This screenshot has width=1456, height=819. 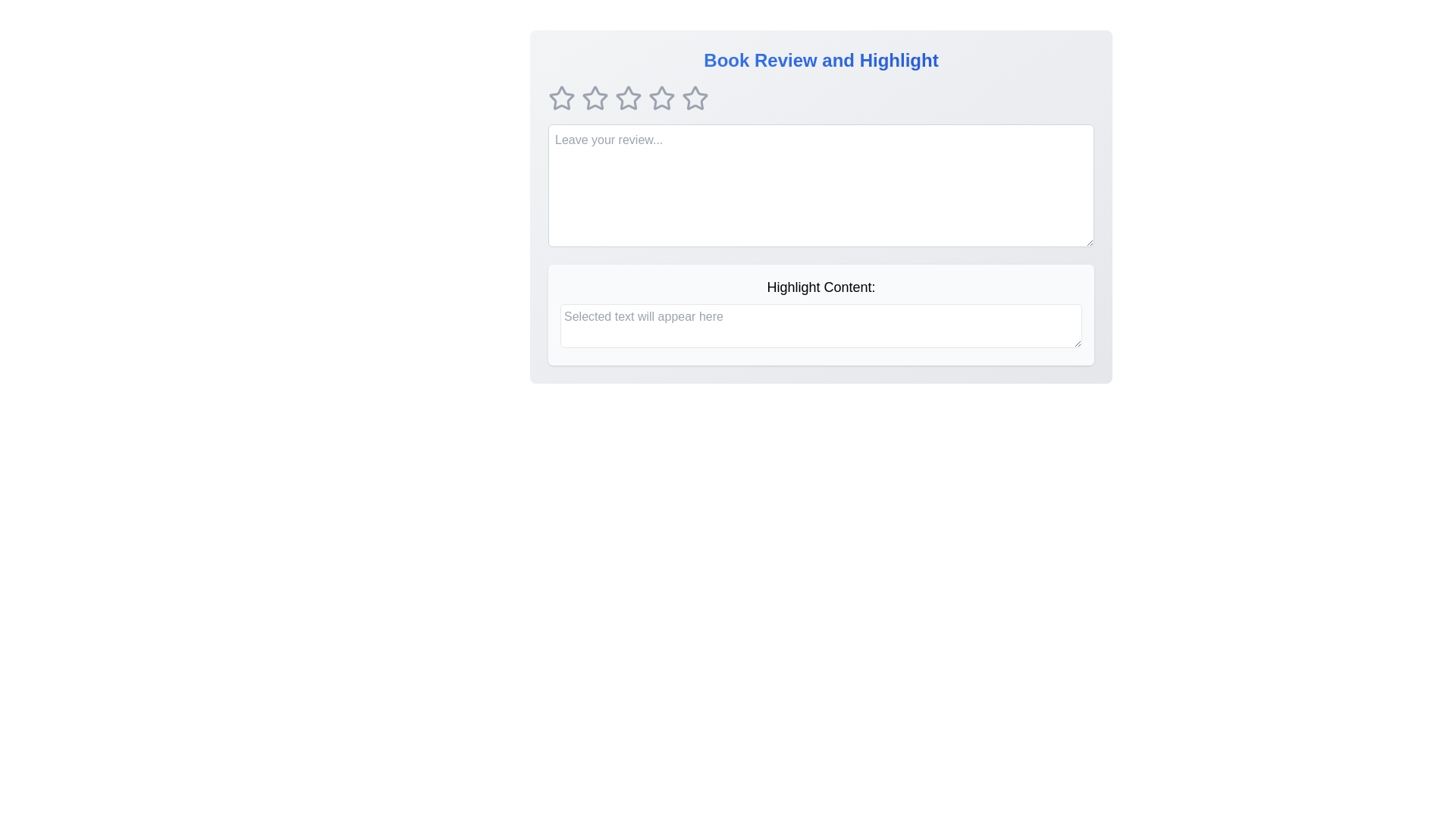 I want to click on the rating to 1 stars by clicking on the corresponding star icon, so click(x=560, y=99).